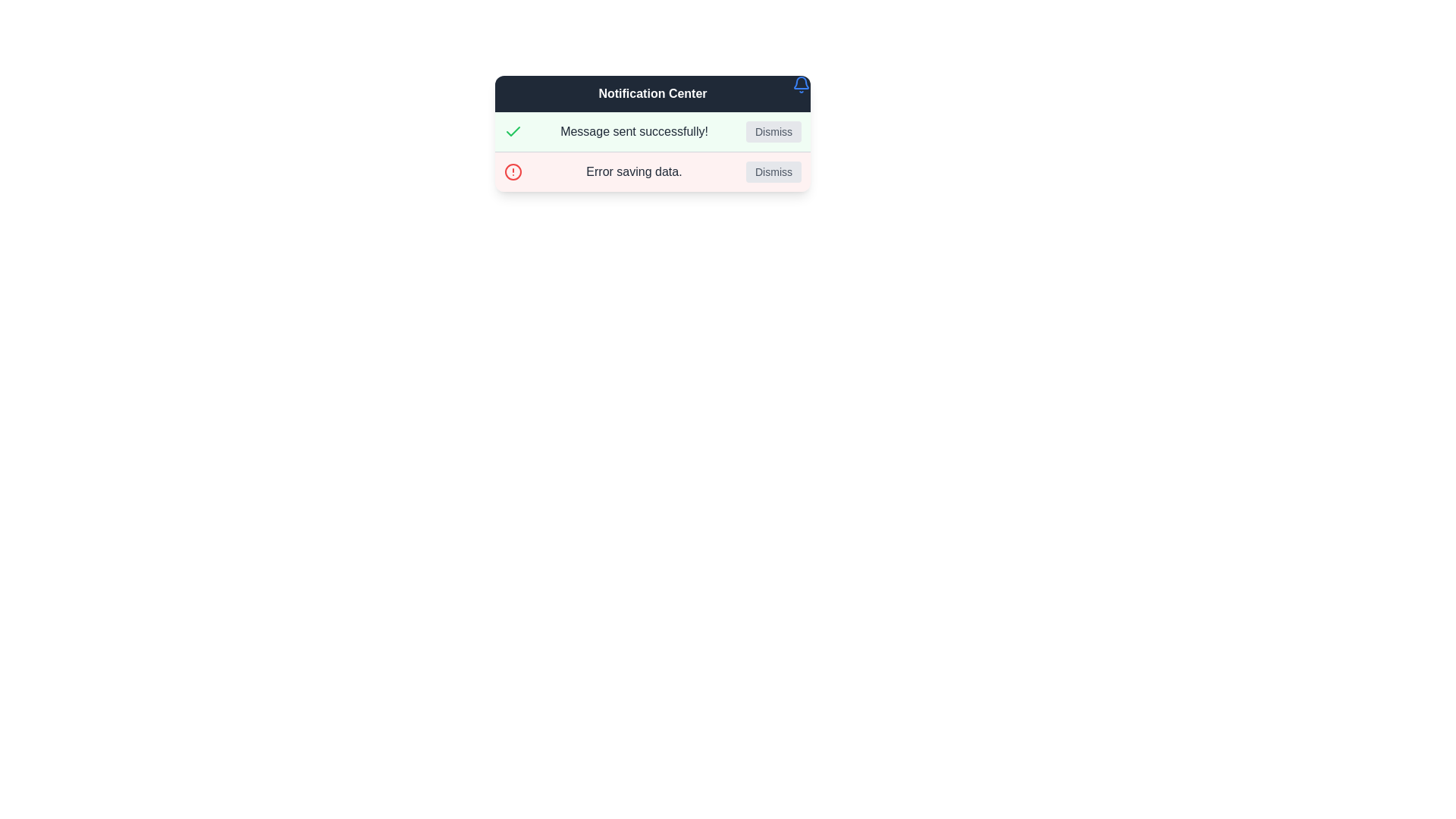 This screenshot has width=1456, height=819. What do you see at coordinates (800, 83) in the screenshot?
I see `the bell-shaped outline in the top-right corner of the Notification Center card, which signifies notifications` at bounding box center [800, 83].